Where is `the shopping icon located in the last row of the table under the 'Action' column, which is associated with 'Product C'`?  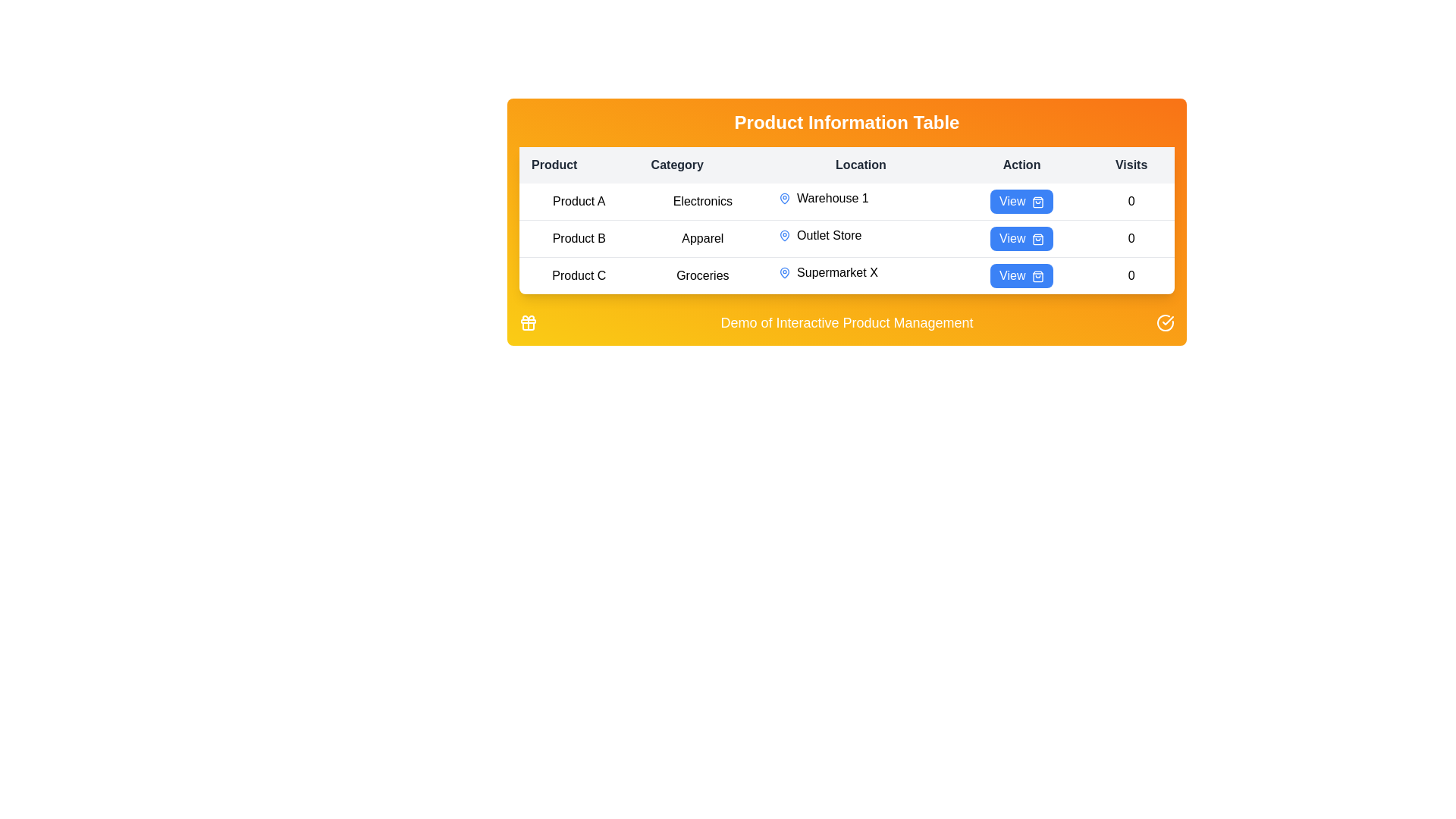 the shopping icon located in the last row of the table under the 'Action' column, which is associated with 'Product C' is located at coordinates (1037, 276).